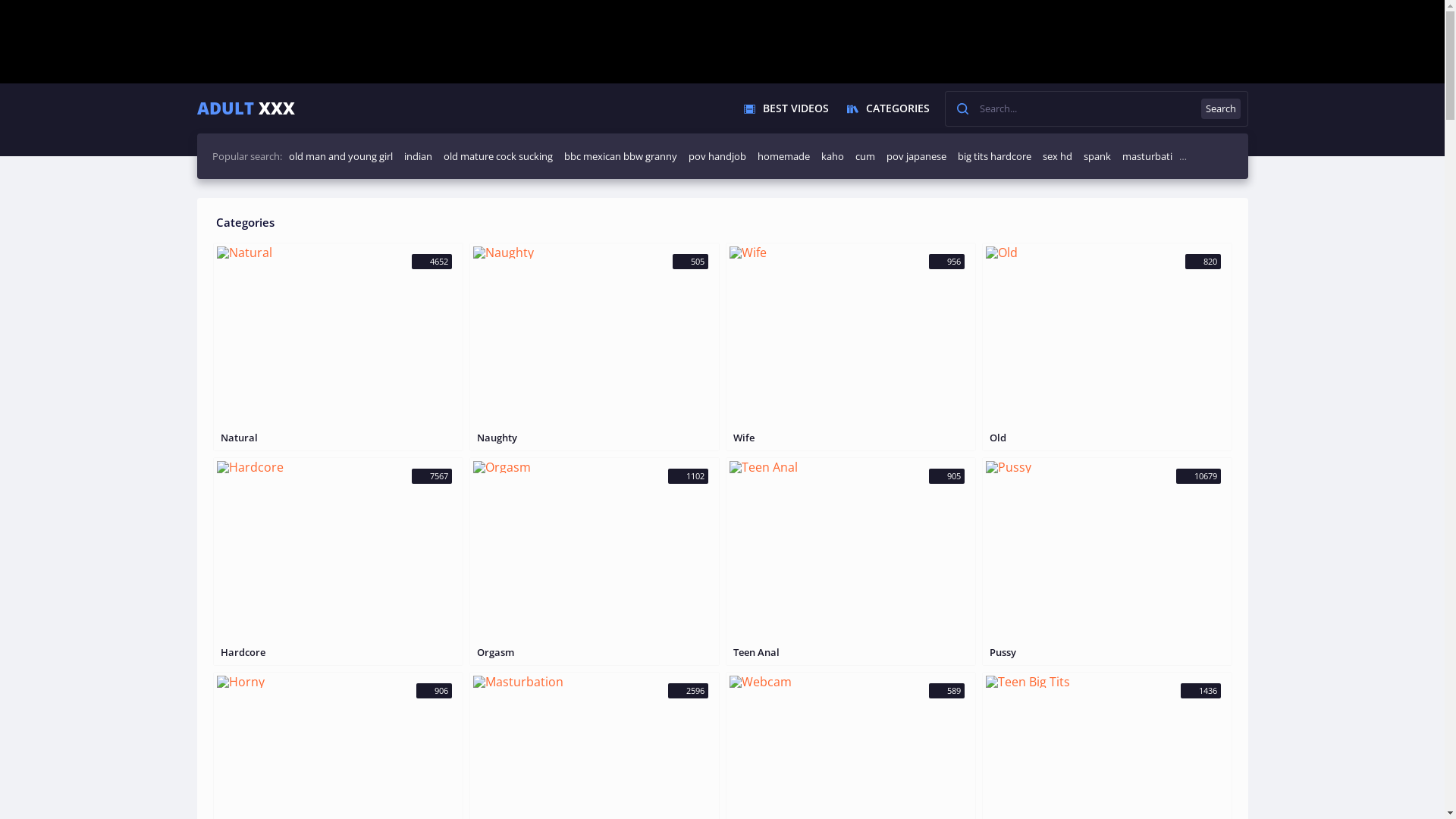 This screenshot has height=819, width=1456. Describe the element at coordinates (442, 155) in the screenshot. I see `'old mature cock sucking'` at that location.